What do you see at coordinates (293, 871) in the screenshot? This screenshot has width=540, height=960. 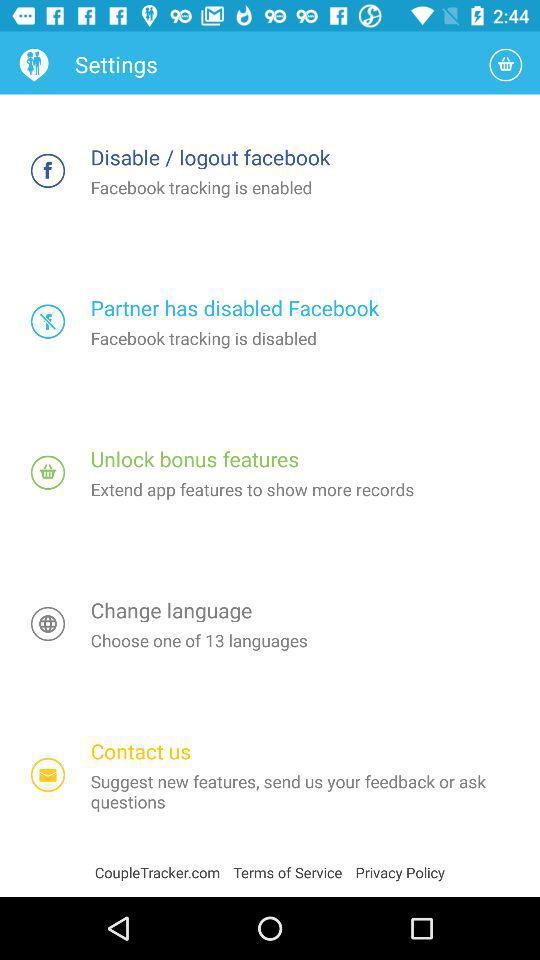 I see `the item below suggest new features icon` at bounding box center [293, 871].